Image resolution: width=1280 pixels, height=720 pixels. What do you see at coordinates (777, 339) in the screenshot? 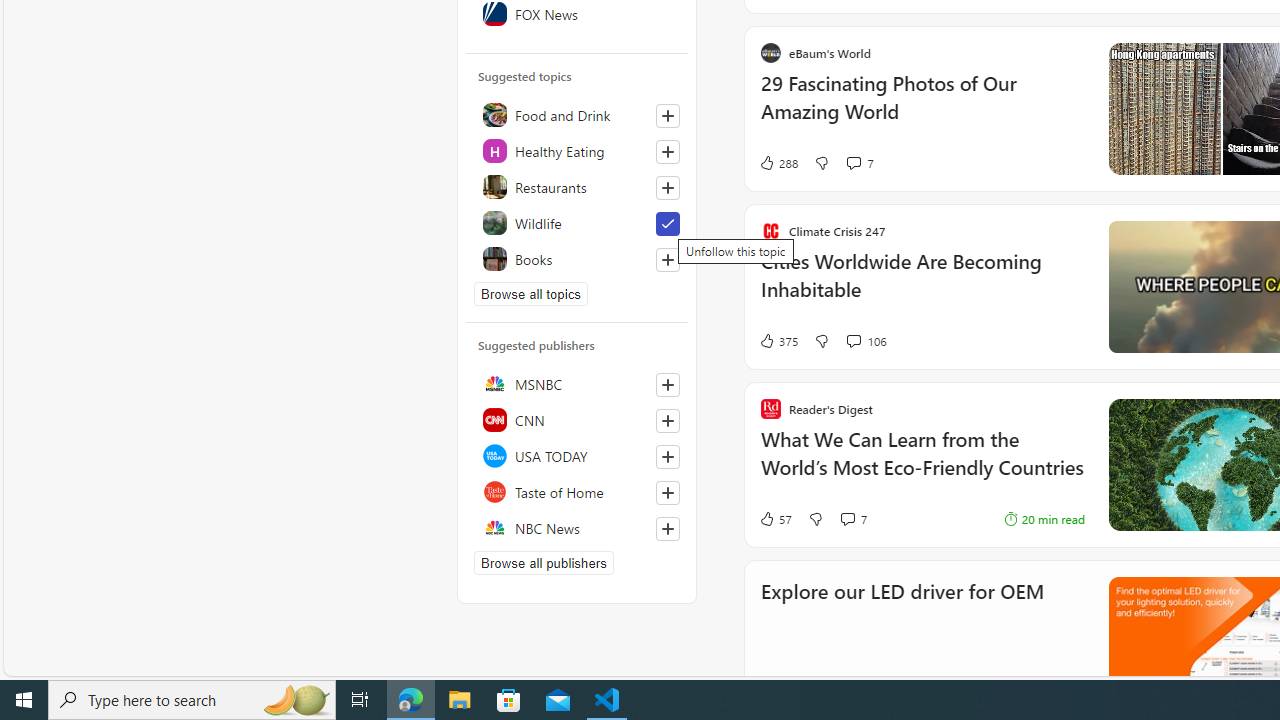
I see `'375 Like'` at bounding box center [777, 339].